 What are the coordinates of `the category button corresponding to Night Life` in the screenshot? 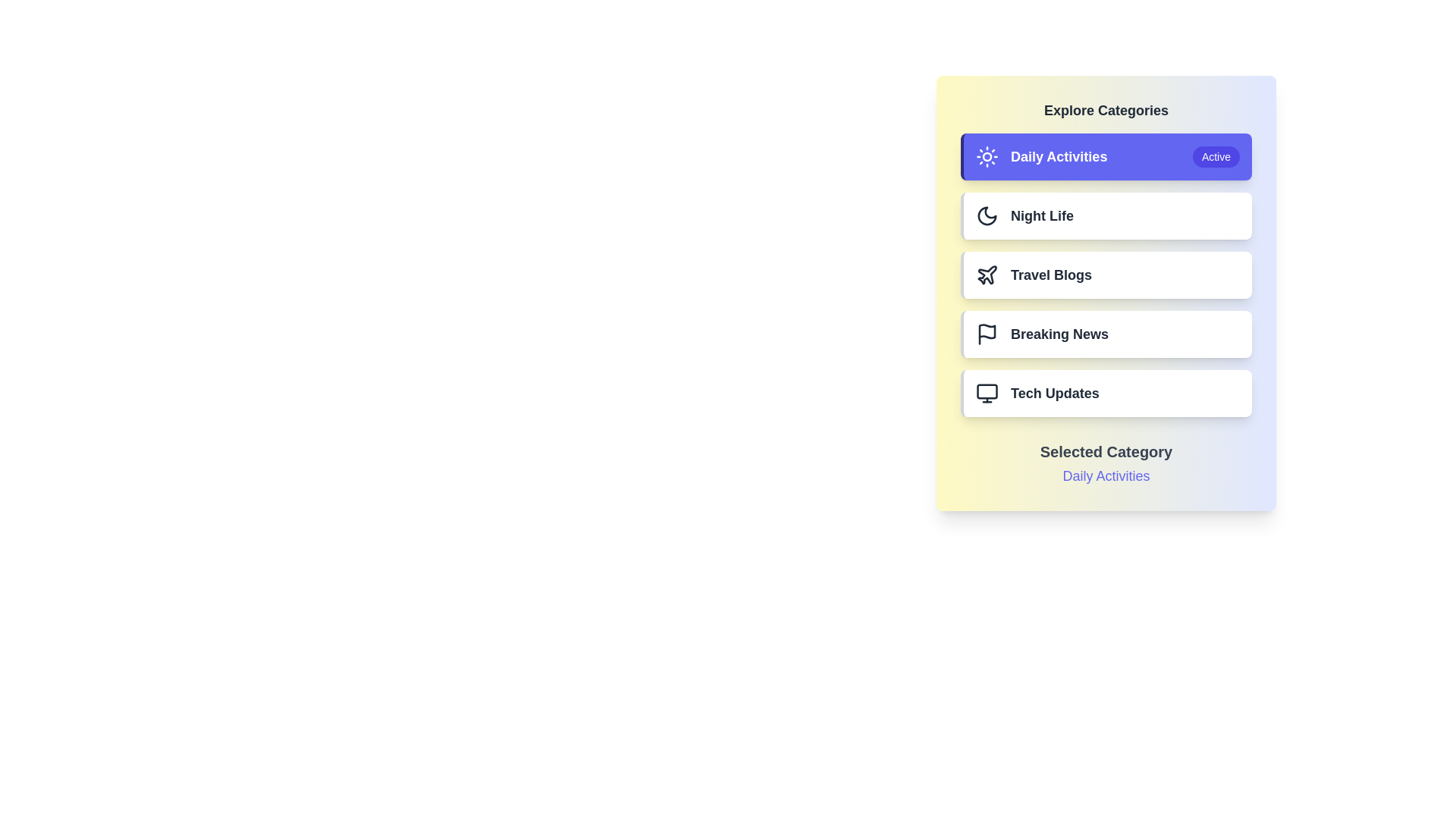 It's located at (1106, 216).